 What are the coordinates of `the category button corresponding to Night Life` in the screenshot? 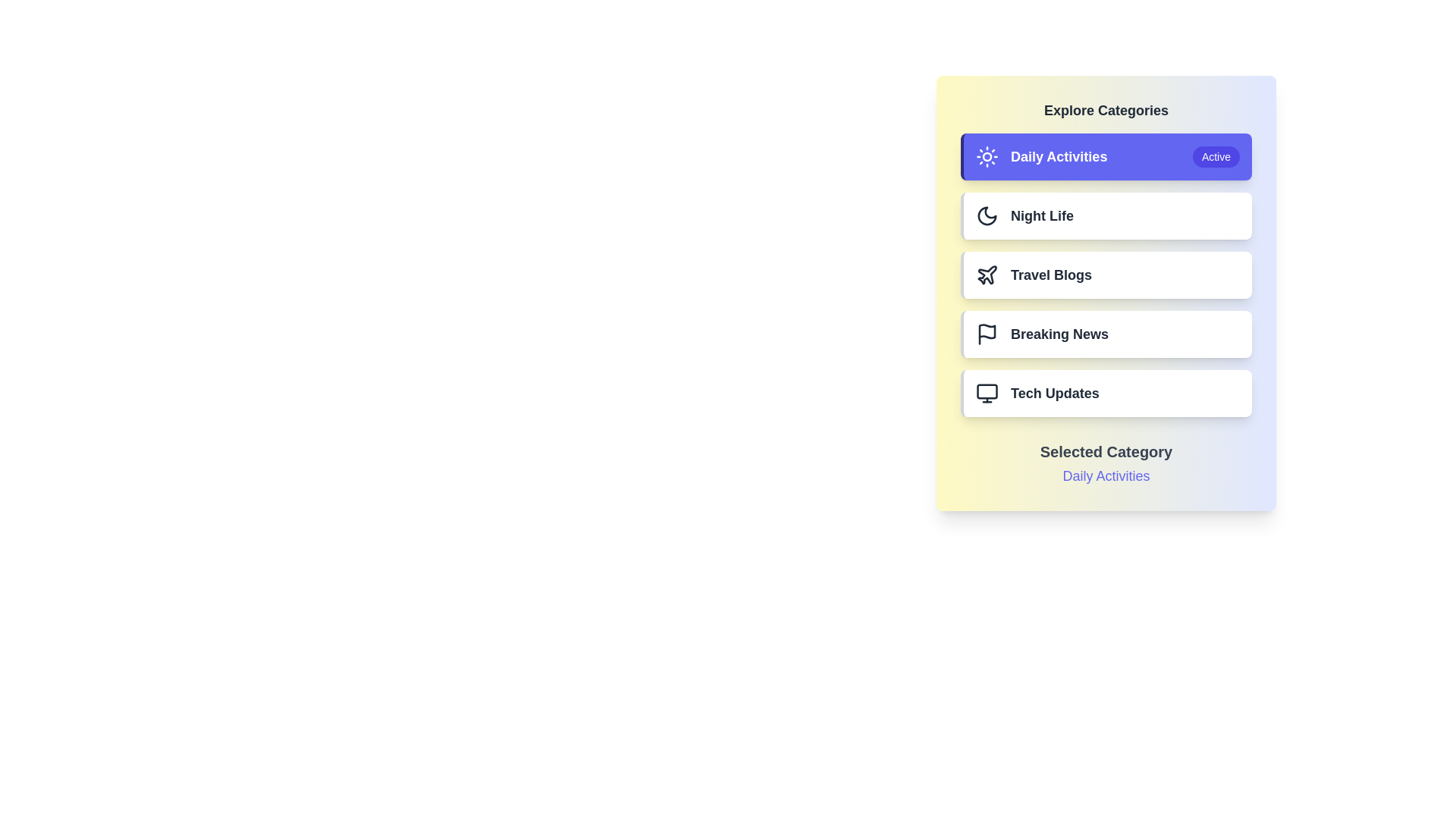 It's located at (1106, 216).